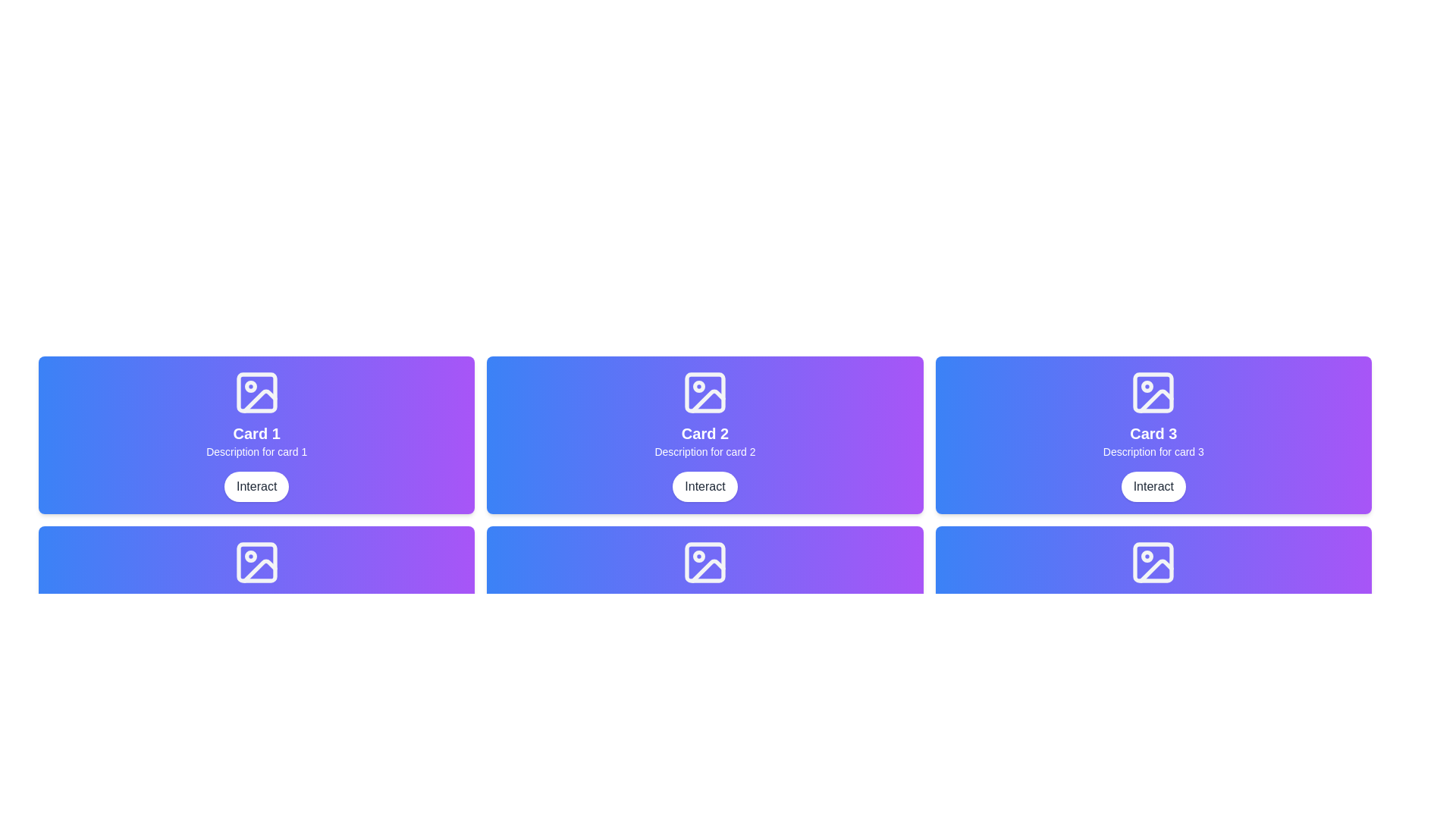  Describe the element at coordinates (256, 562) in the screenshot. I see `the minimalistic gray image icon representing a mountain and sun, located at the top section of the first card in a horizontally aligned grid` at that location.